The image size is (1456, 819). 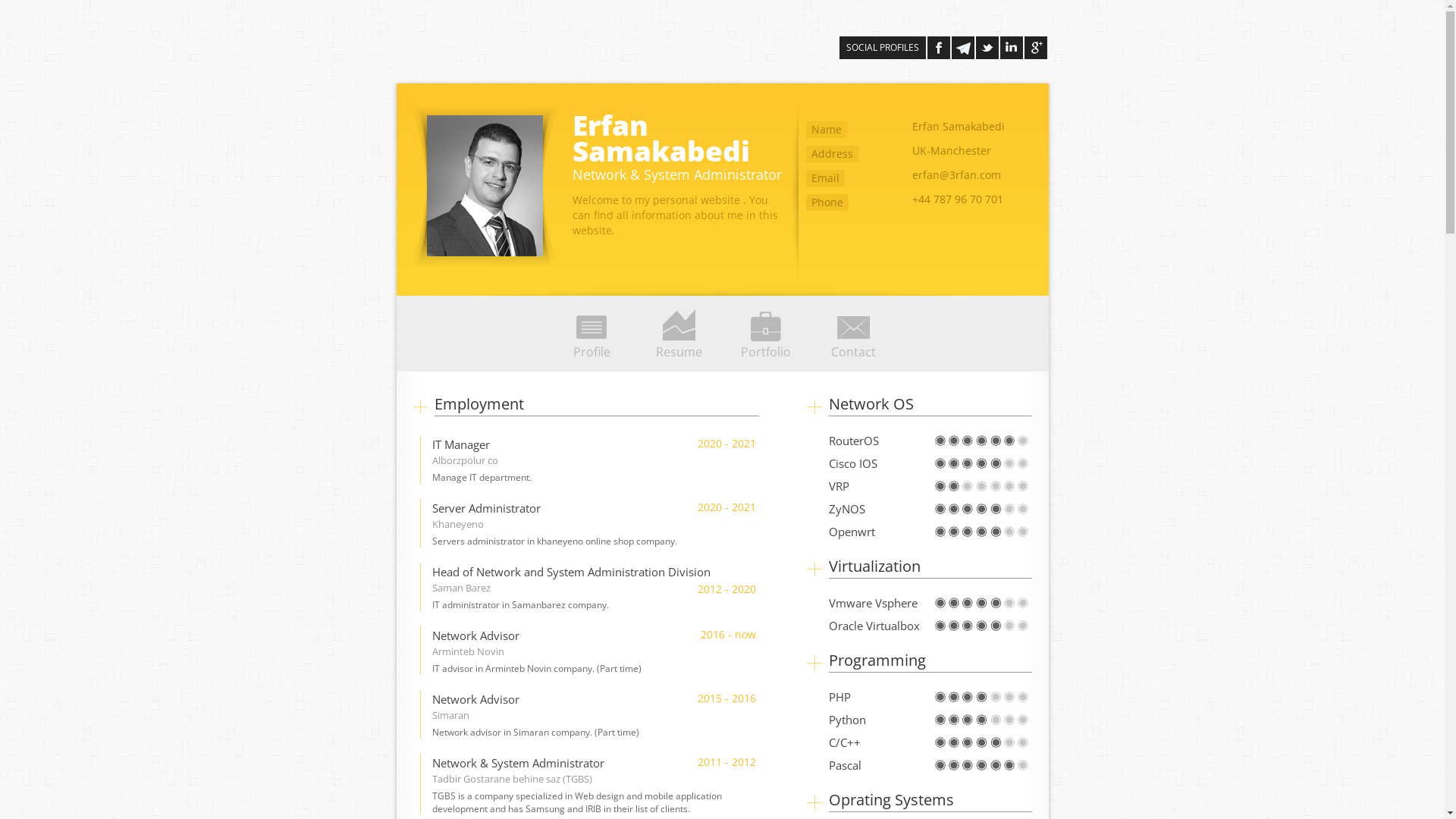 What do you see at coordinates (590, 328) in the screenshot?
I see `'Profile'` at bounding box center [590, 328].